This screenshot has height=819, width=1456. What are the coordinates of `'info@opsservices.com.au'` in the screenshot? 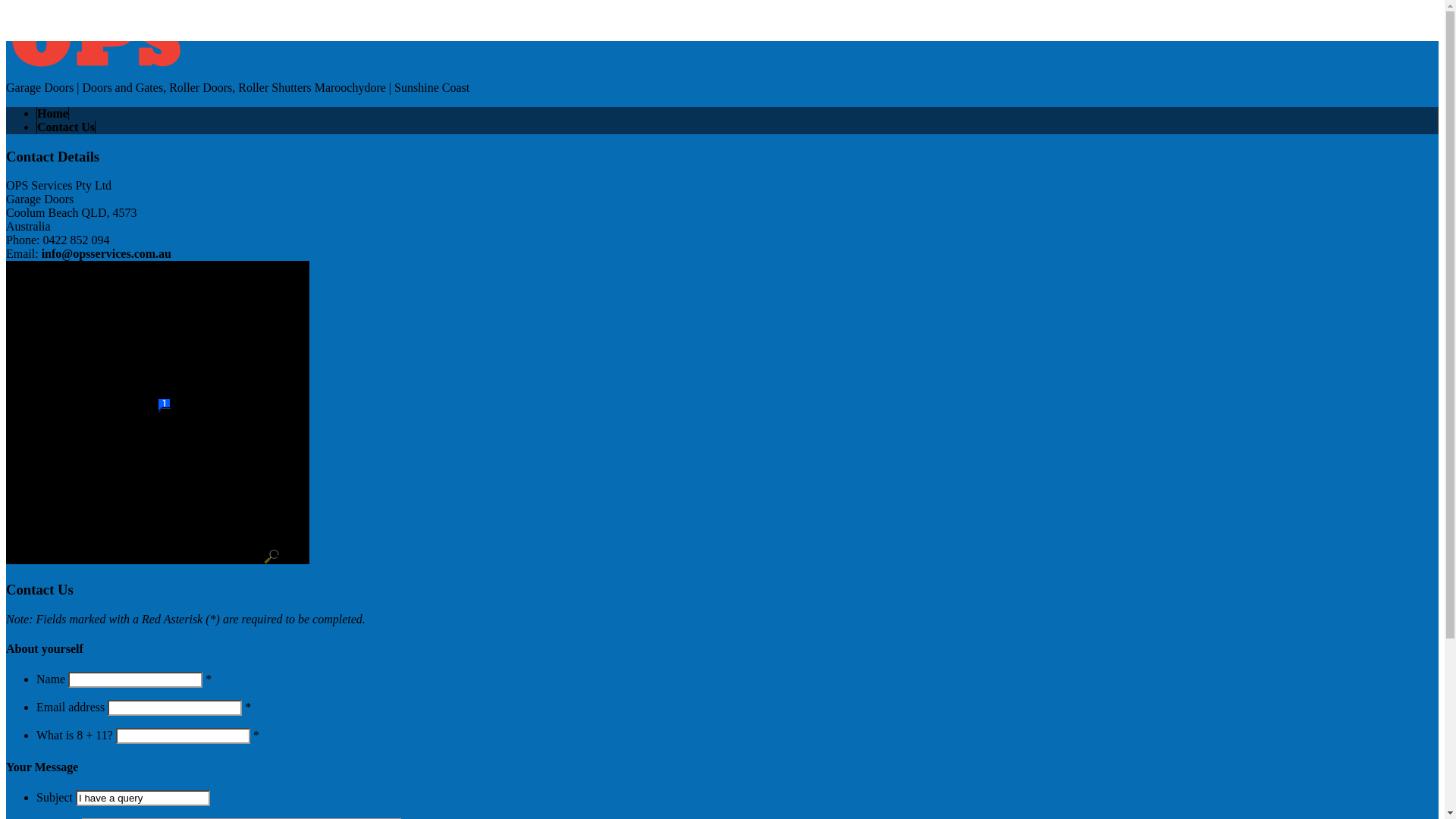 It's located at (105, 253).